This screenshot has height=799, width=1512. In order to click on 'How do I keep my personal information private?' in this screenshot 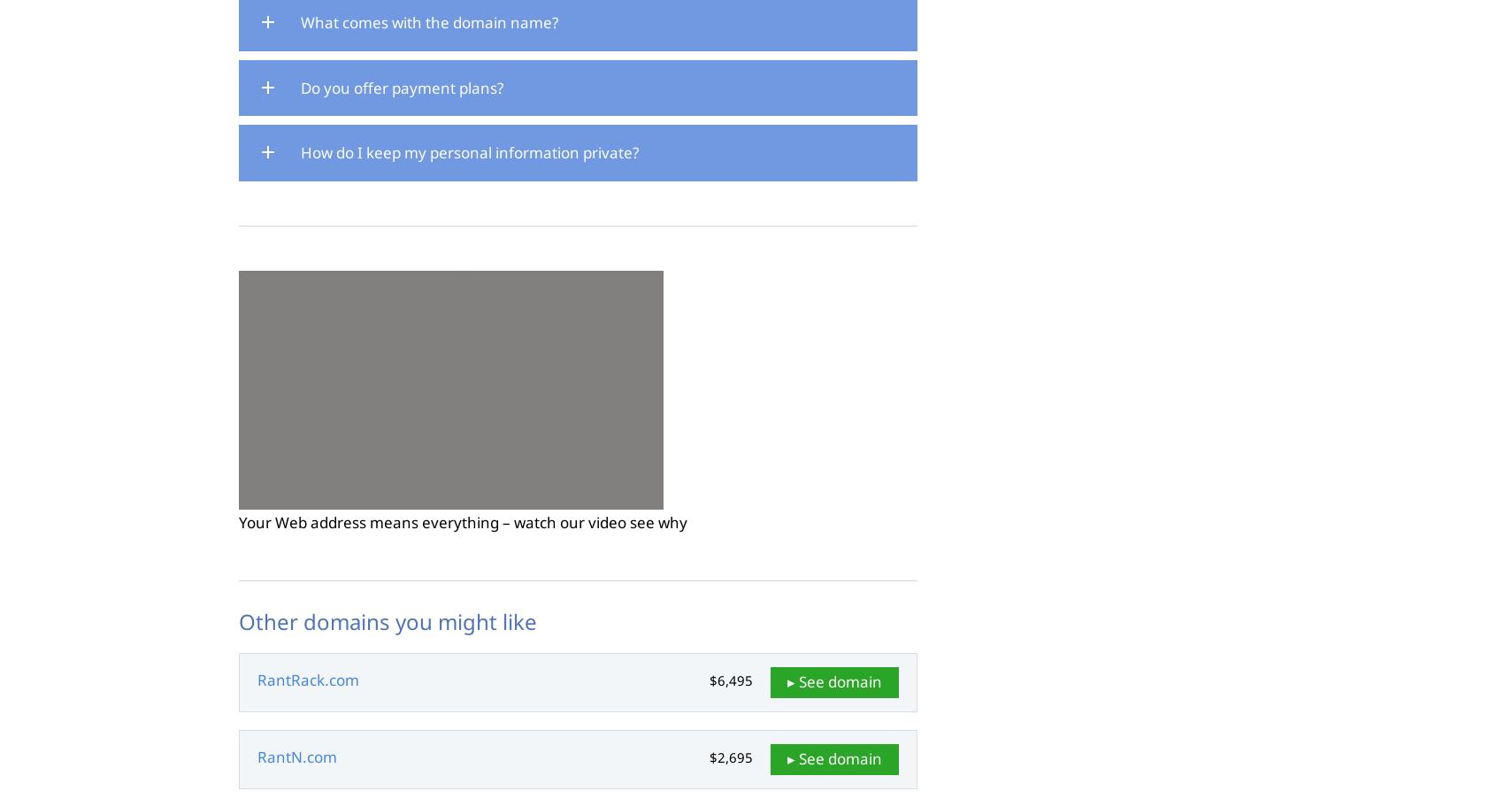, I will do `click(467, 151)`.